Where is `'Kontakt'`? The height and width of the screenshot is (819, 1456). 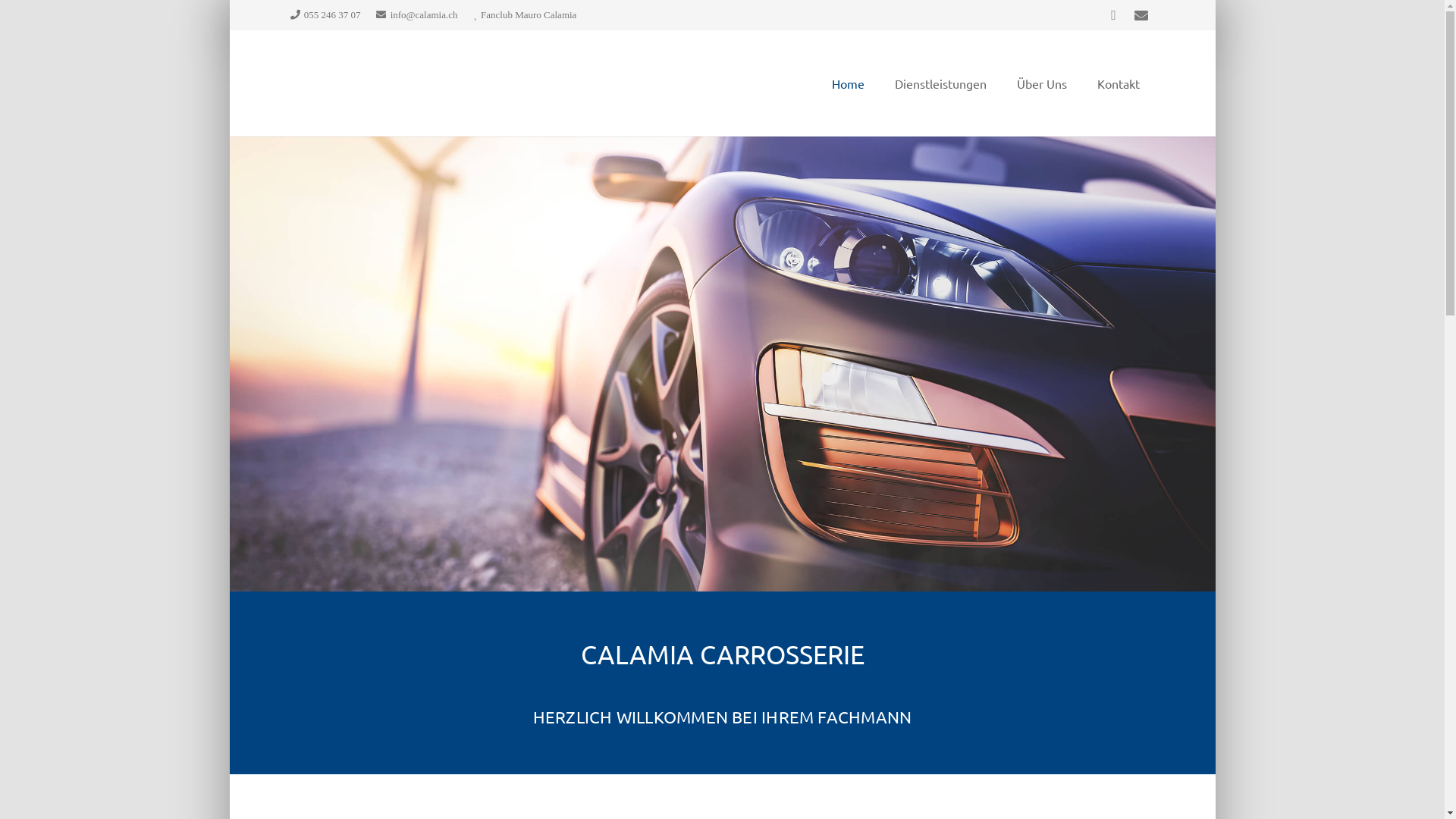
'Kontakt' is located at coordinates (1117, 83).